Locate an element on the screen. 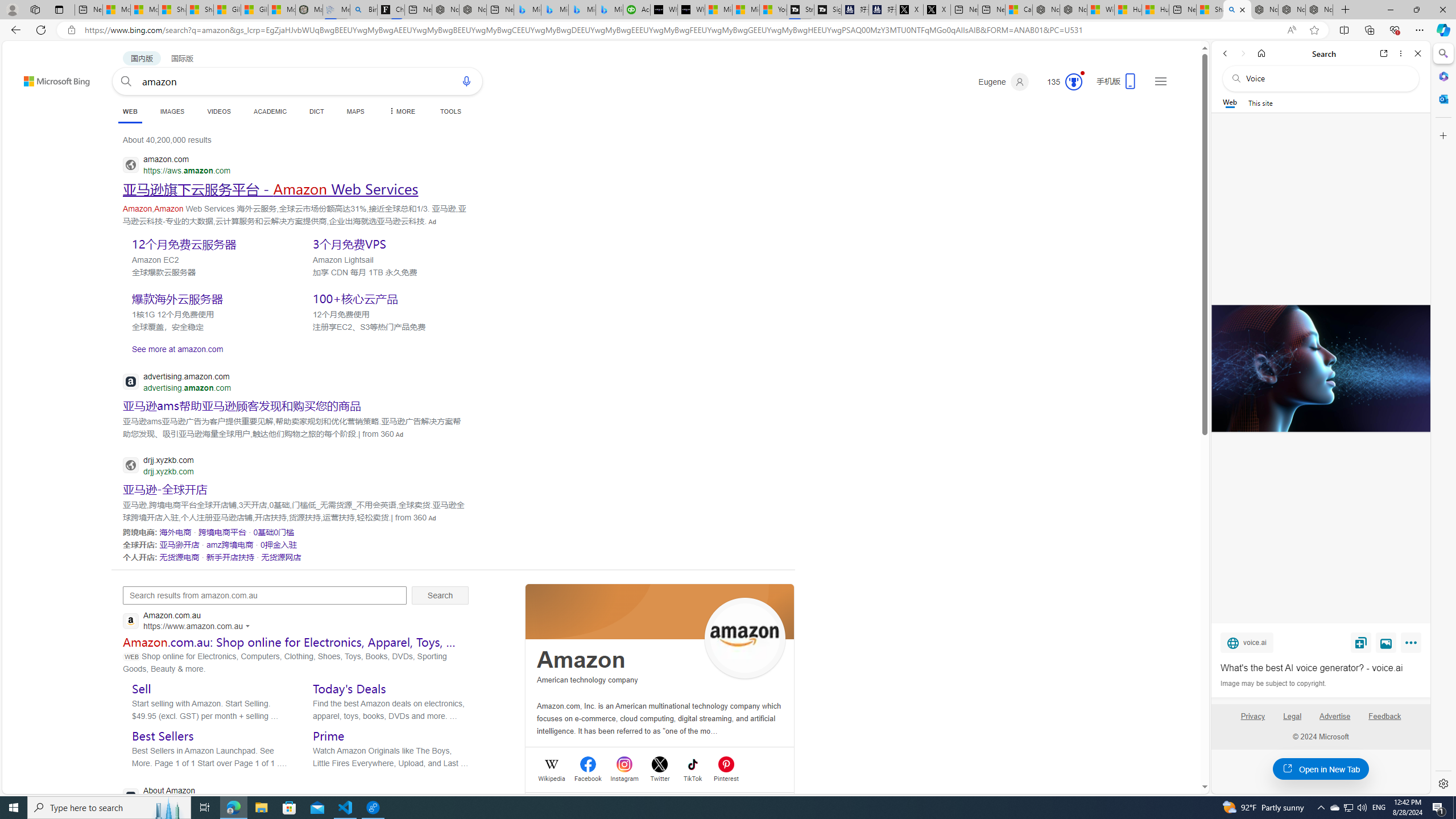  'Class: medal-svg-animation' is located at coordinates (1073, 81).